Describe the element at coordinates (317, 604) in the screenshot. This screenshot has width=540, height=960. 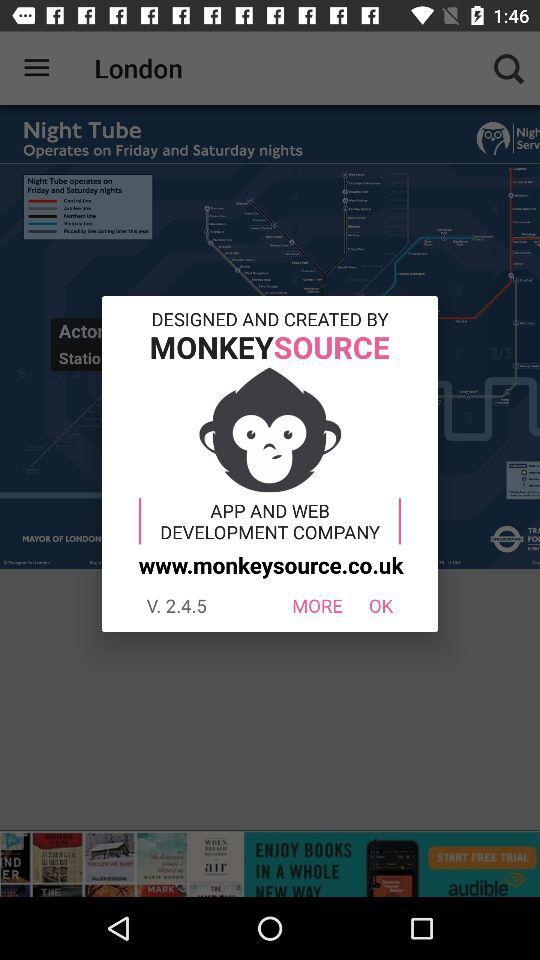
I see `the item to the left of ok icon` at that location.